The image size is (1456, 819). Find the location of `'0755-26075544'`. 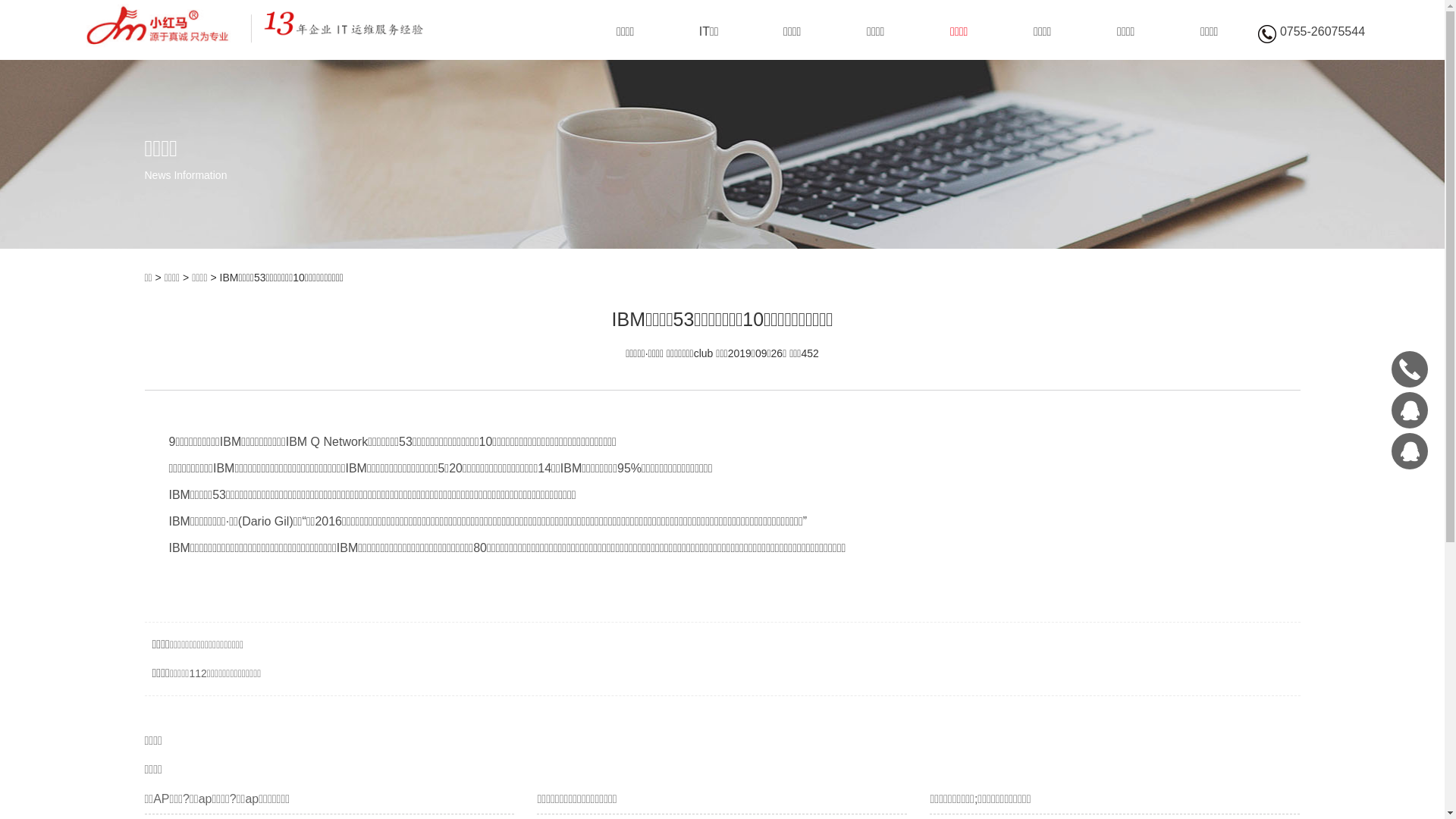

'0755-26075544' is located at coordinates (1408, 369).